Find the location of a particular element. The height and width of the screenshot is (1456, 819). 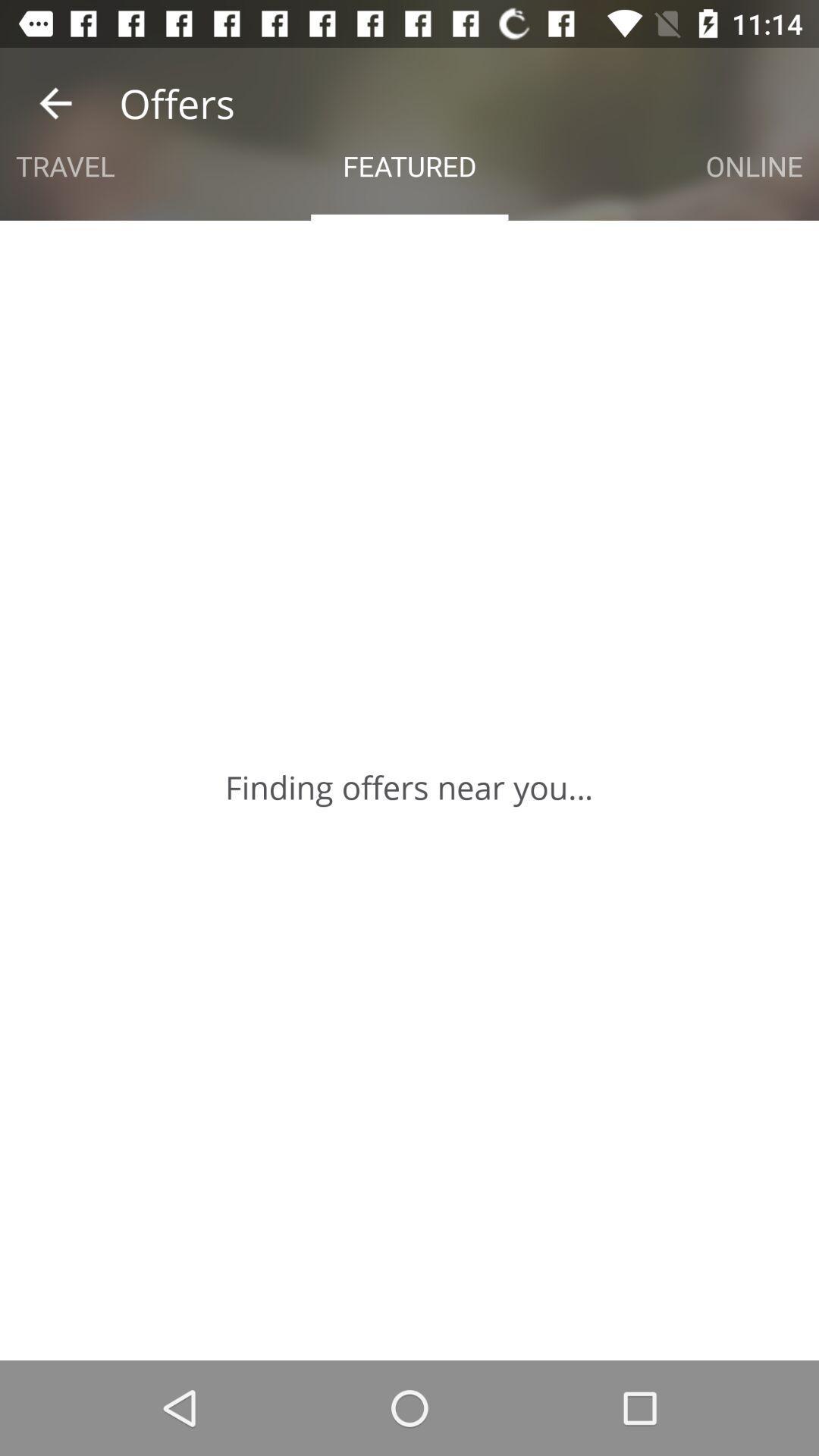

the app next to offers icon is located at coordinates (55, 102).